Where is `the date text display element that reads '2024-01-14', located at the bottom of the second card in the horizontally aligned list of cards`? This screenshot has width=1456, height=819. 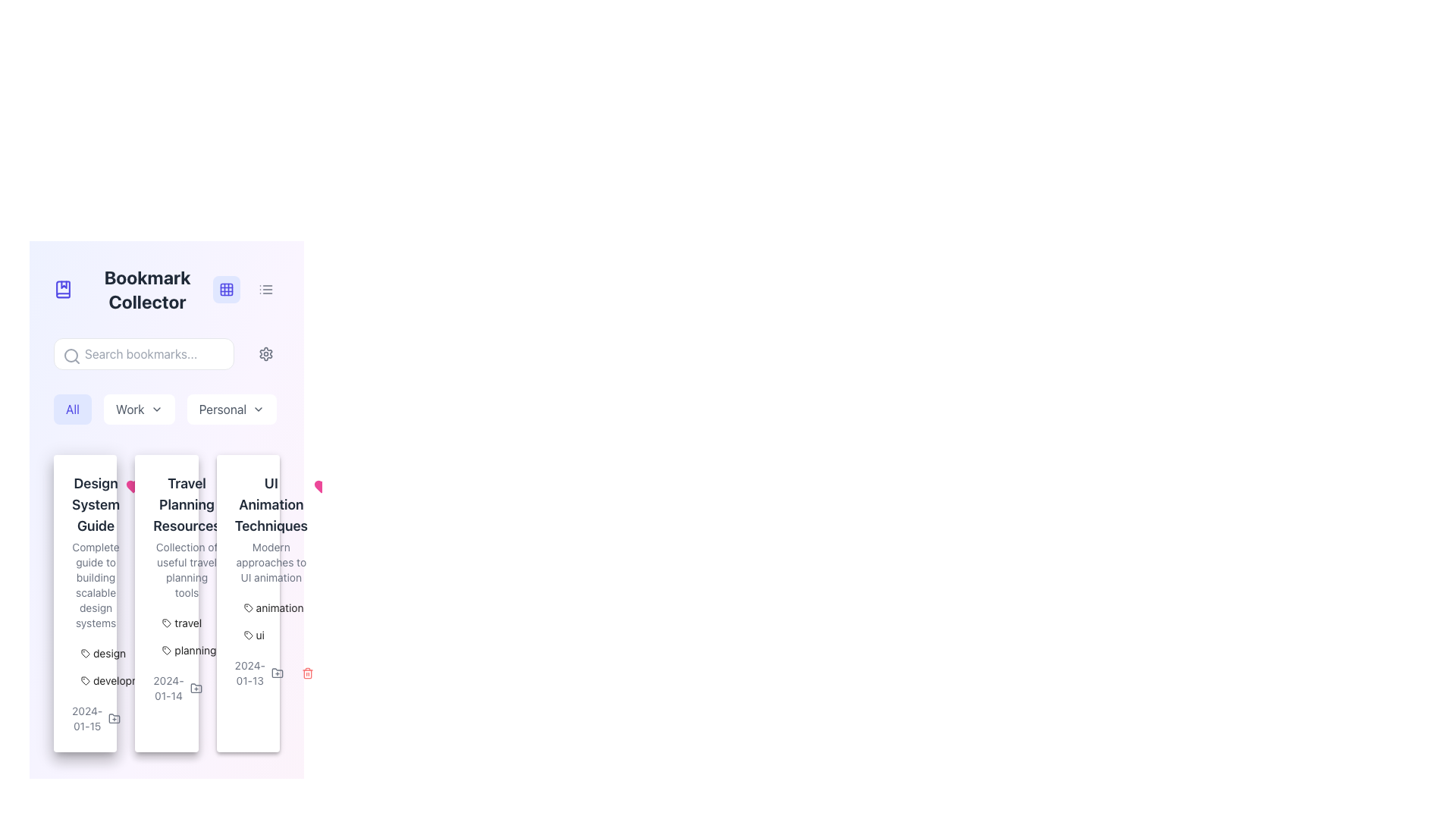
the date text display element that reads '2024-01-14', located at the bottom of the second card in the horizontally aligned list of cards is located at coordinates (168, 688).